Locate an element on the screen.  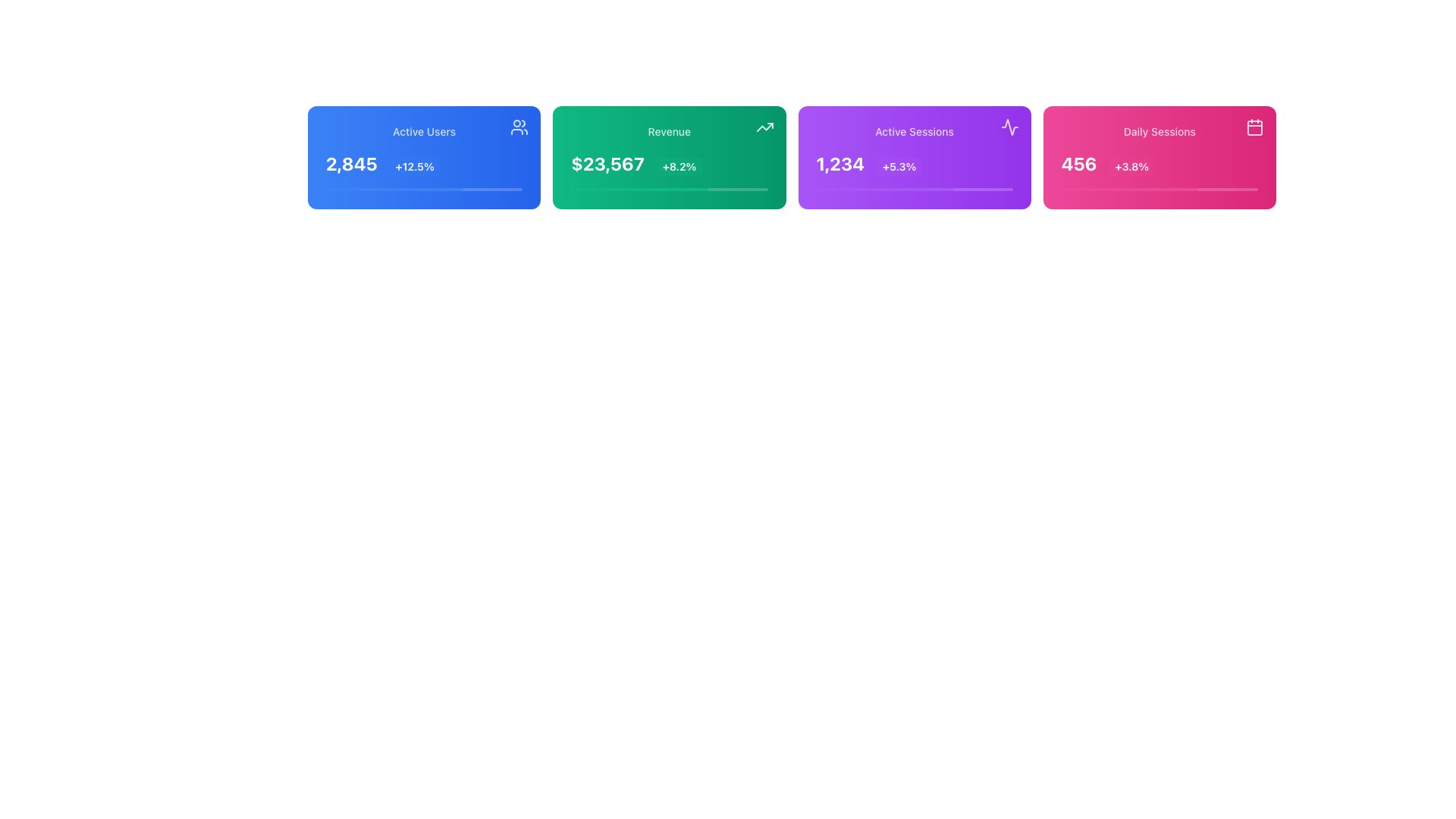
the percentage growth value '+8.2%' styled in a small, bolded font within the rounded rectangle at the bottom-right corner of the 'Revenue' card is located at coordinates (668, 158).